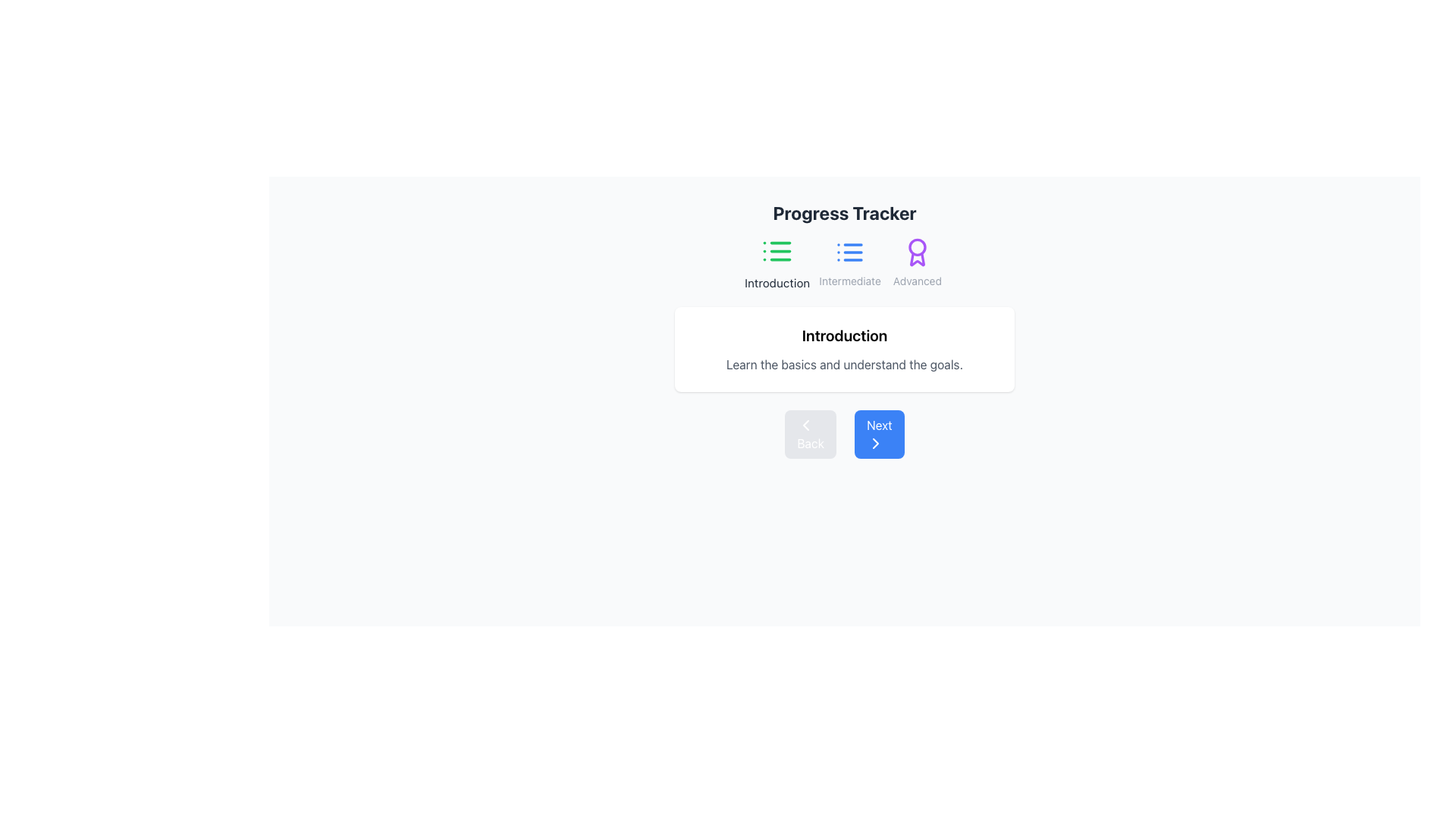  What do you see at coordinates (879, 435) in the screenshot?
I see `the blue 'Next' button with rounded corners located at the bottom-right area of the content section` at bounding box center [879, 435].